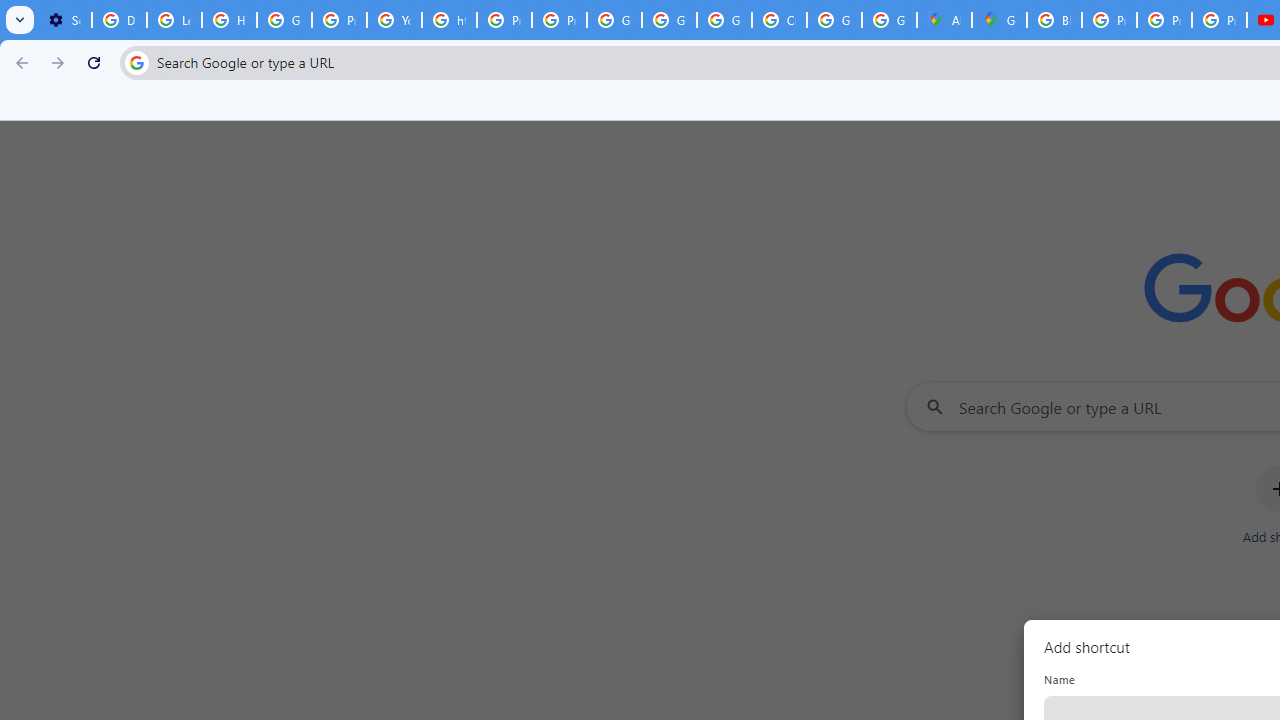 This screenshot has width=1280, height=720. Describe the element at coordinates (778, 20) in the screenshot. I see `'Create your Google Account'` at that location.